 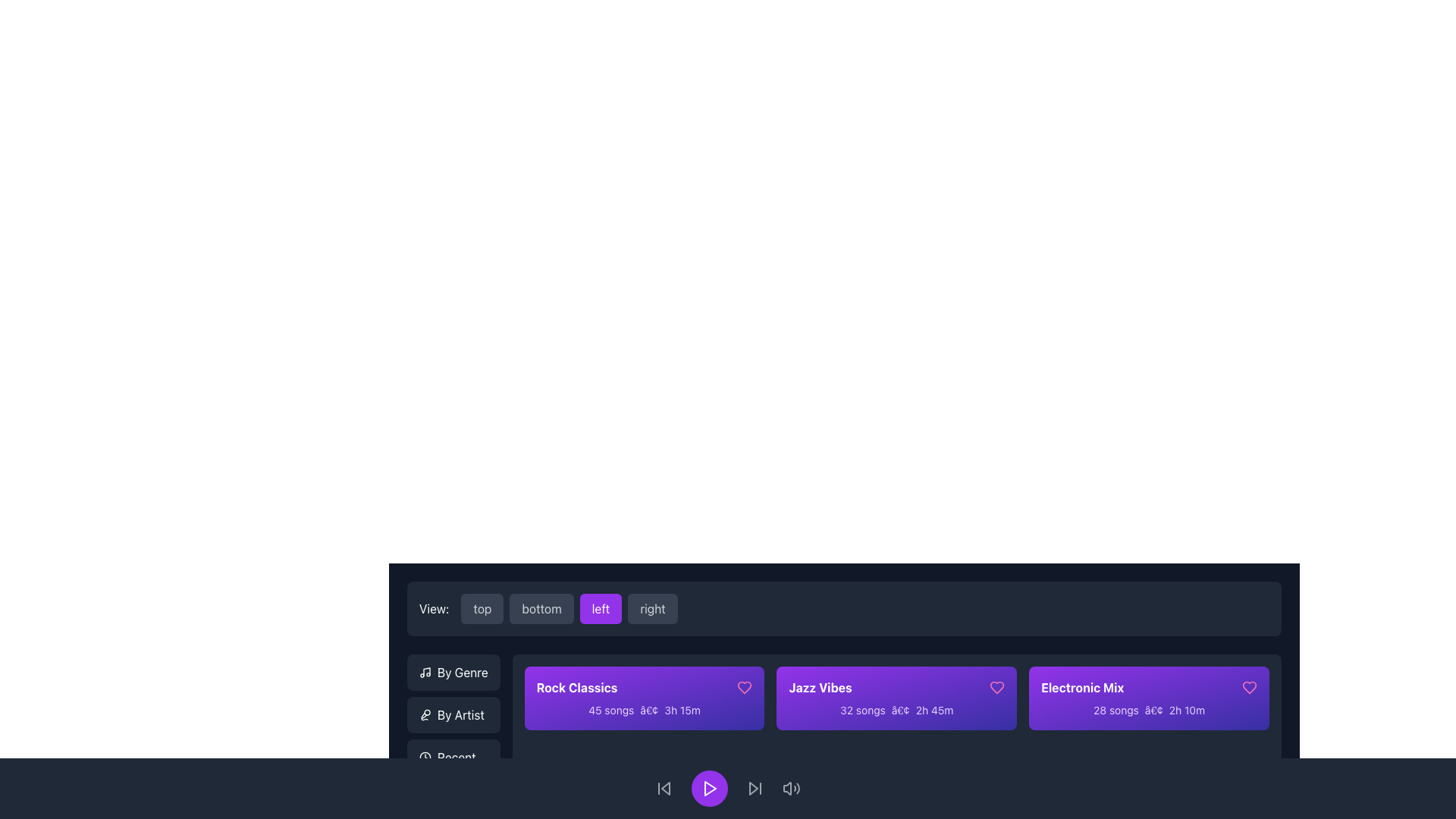 What do you see at coordinates (1149, 711) in the screenshot?
I see `the static text label displaying '28 songs • 2h 10m', which is located below the title 'Electronic Mix' in the third playlist card` at bounding box center [1149, 711].